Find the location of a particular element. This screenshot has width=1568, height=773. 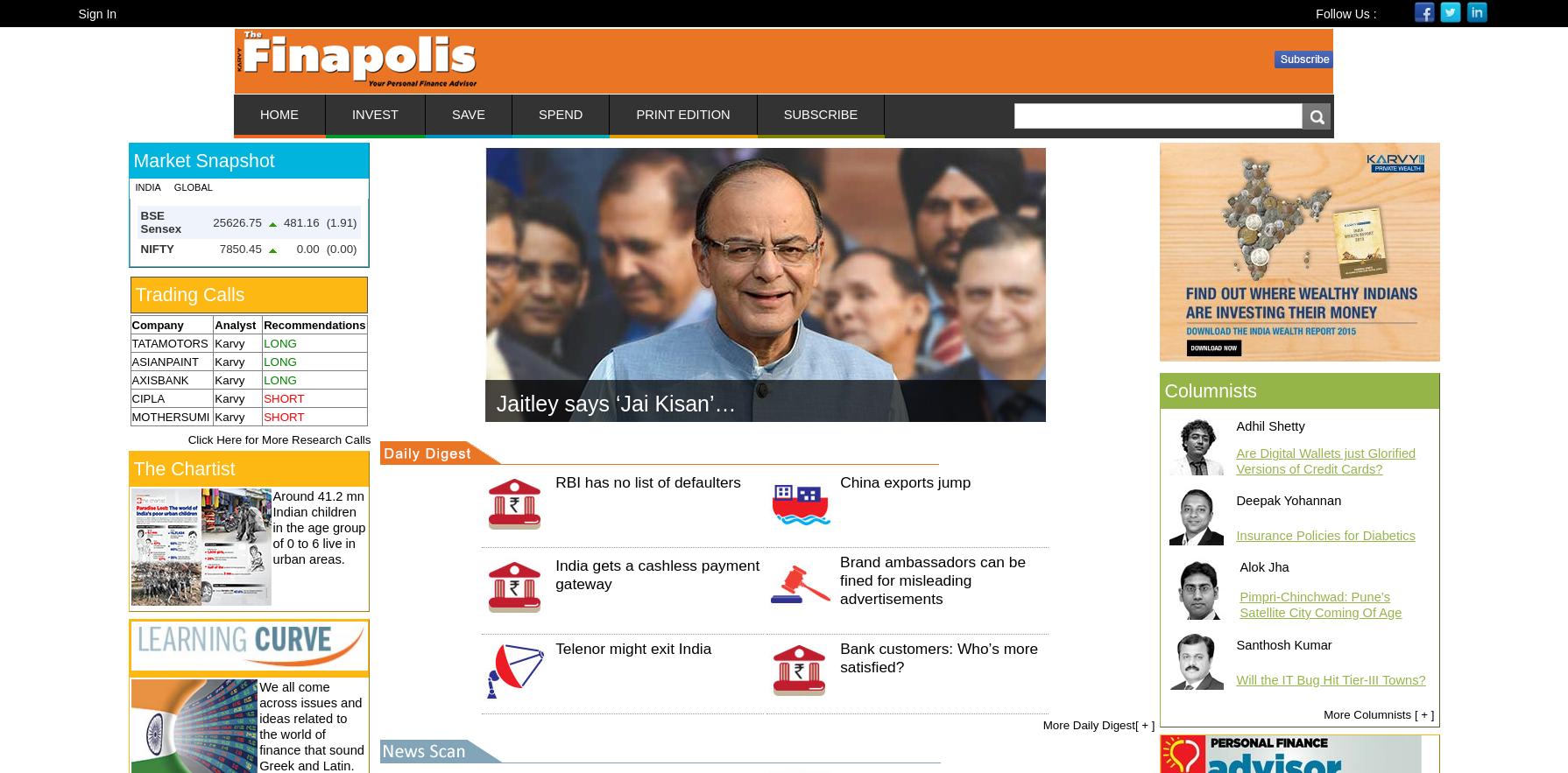

'TATAMOTORS' is located at coordinates (131, 342).